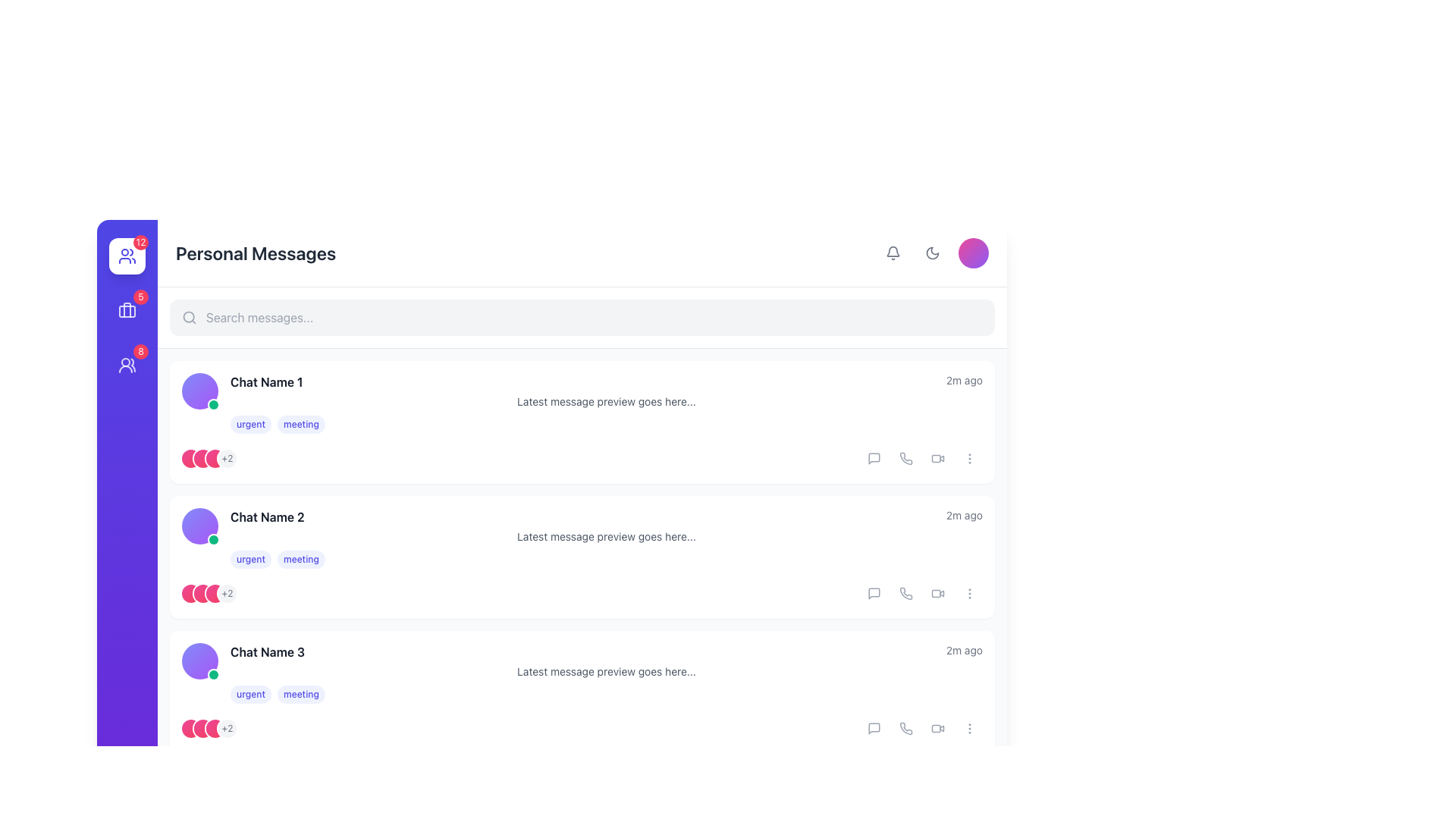  Describe the element at coordinates (874, 593) in the screenshot. I see `the compact and stylized messaging bubble icon located in the third chat entry from the top, positioned among icons to the far right, between the video call and more options icons` at that location.